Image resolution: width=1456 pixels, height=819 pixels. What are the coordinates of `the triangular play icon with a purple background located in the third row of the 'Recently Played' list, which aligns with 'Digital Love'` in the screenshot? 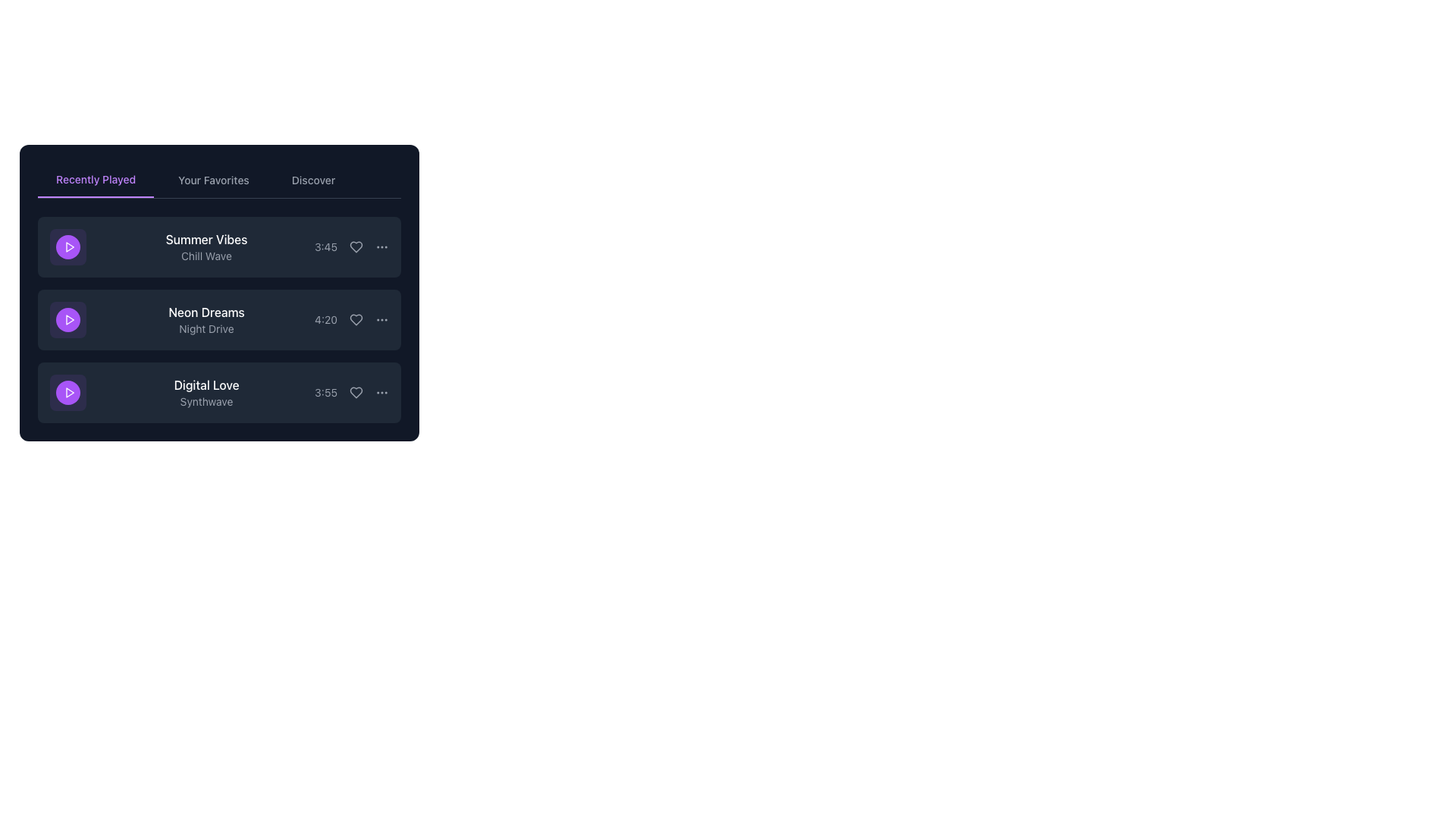 It's located at (69, 391).